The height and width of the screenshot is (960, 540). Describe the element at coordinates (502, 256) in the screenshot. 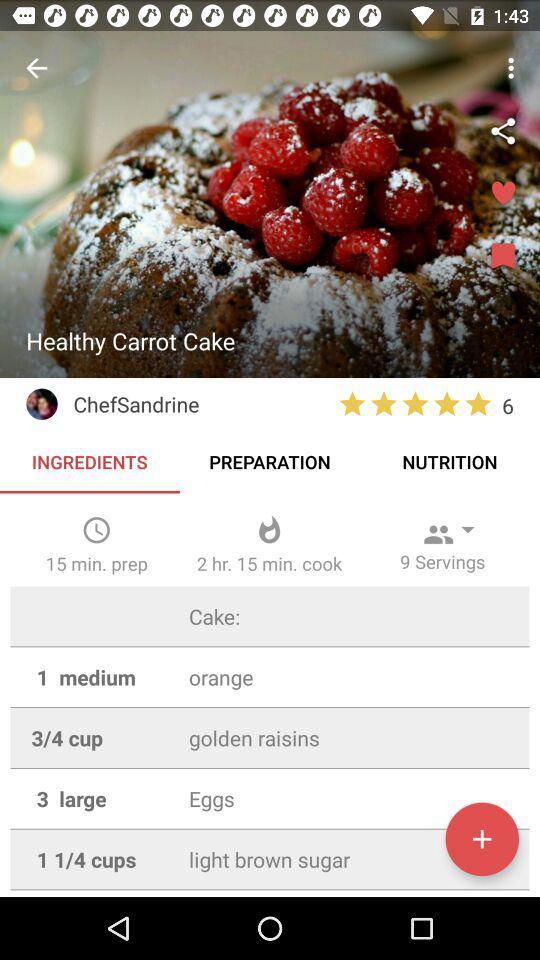

I see `bookmark button` at that location.